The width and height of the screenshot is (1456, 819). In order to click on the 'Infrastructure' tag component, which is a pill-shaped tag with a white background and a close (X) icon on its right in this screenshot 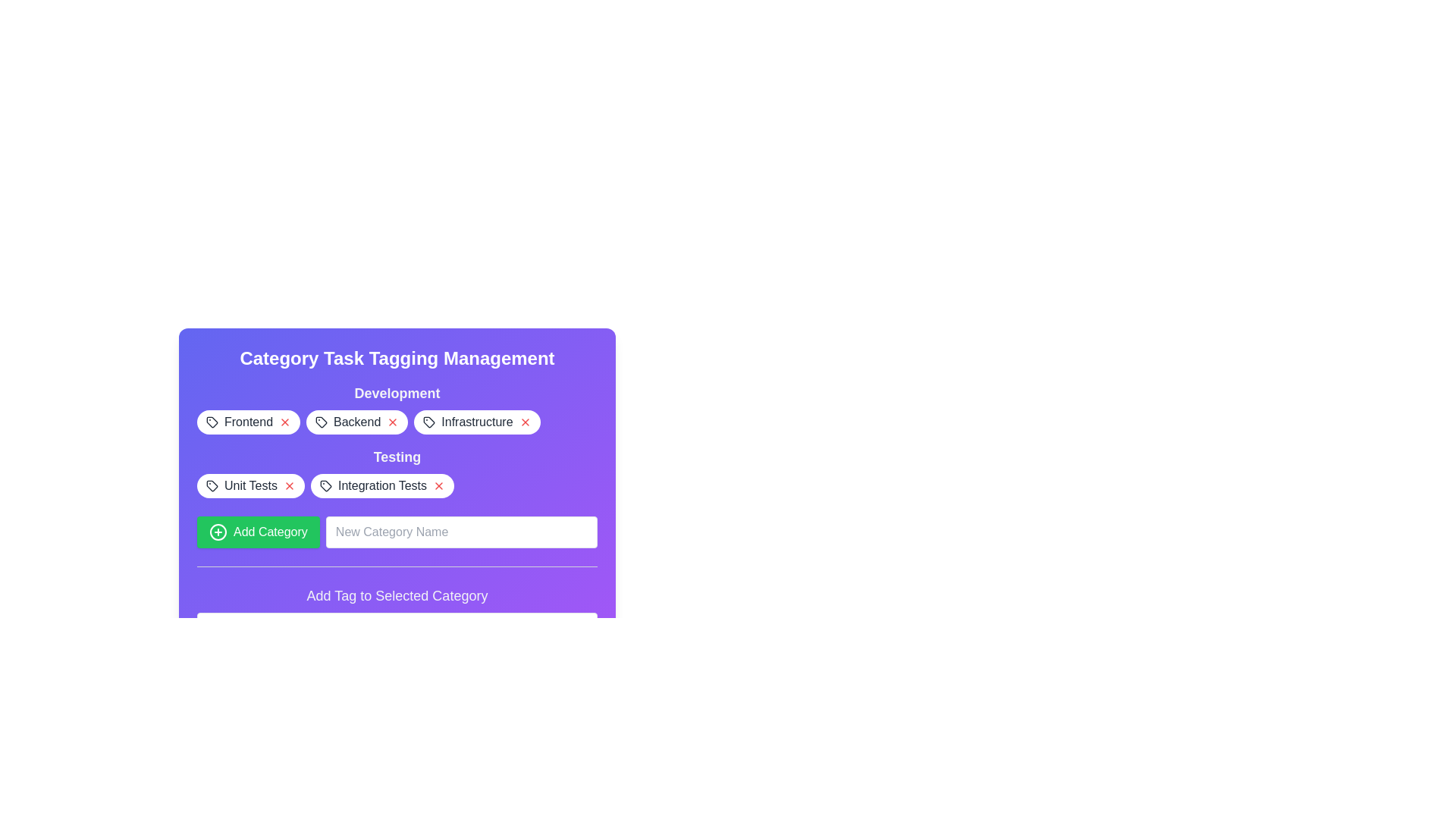, I will do `click(476, 422)`.